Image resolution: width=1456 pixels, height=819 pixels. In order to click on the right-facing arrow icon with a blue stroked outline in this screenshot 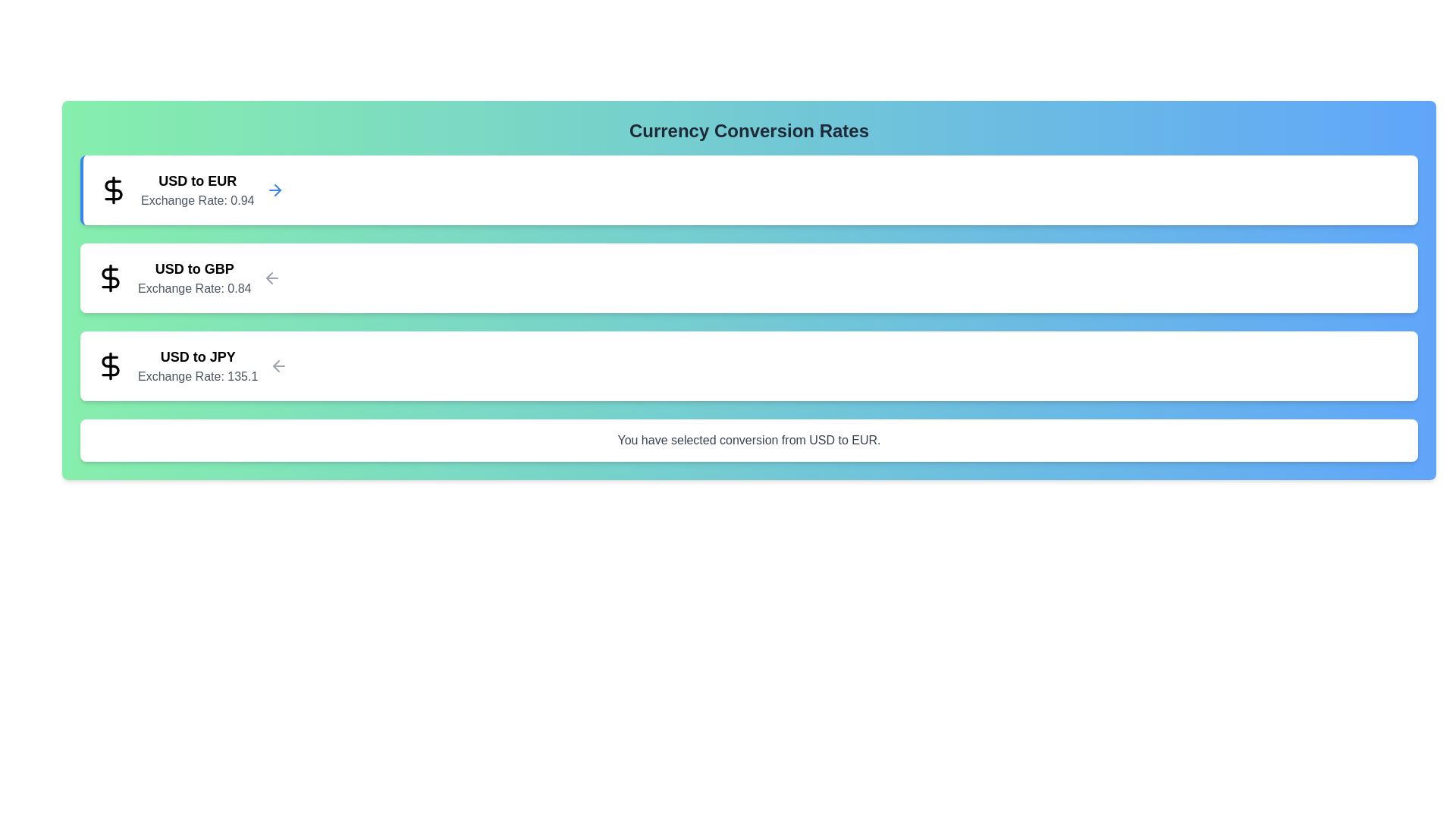, I will do `click(275, 189)`.